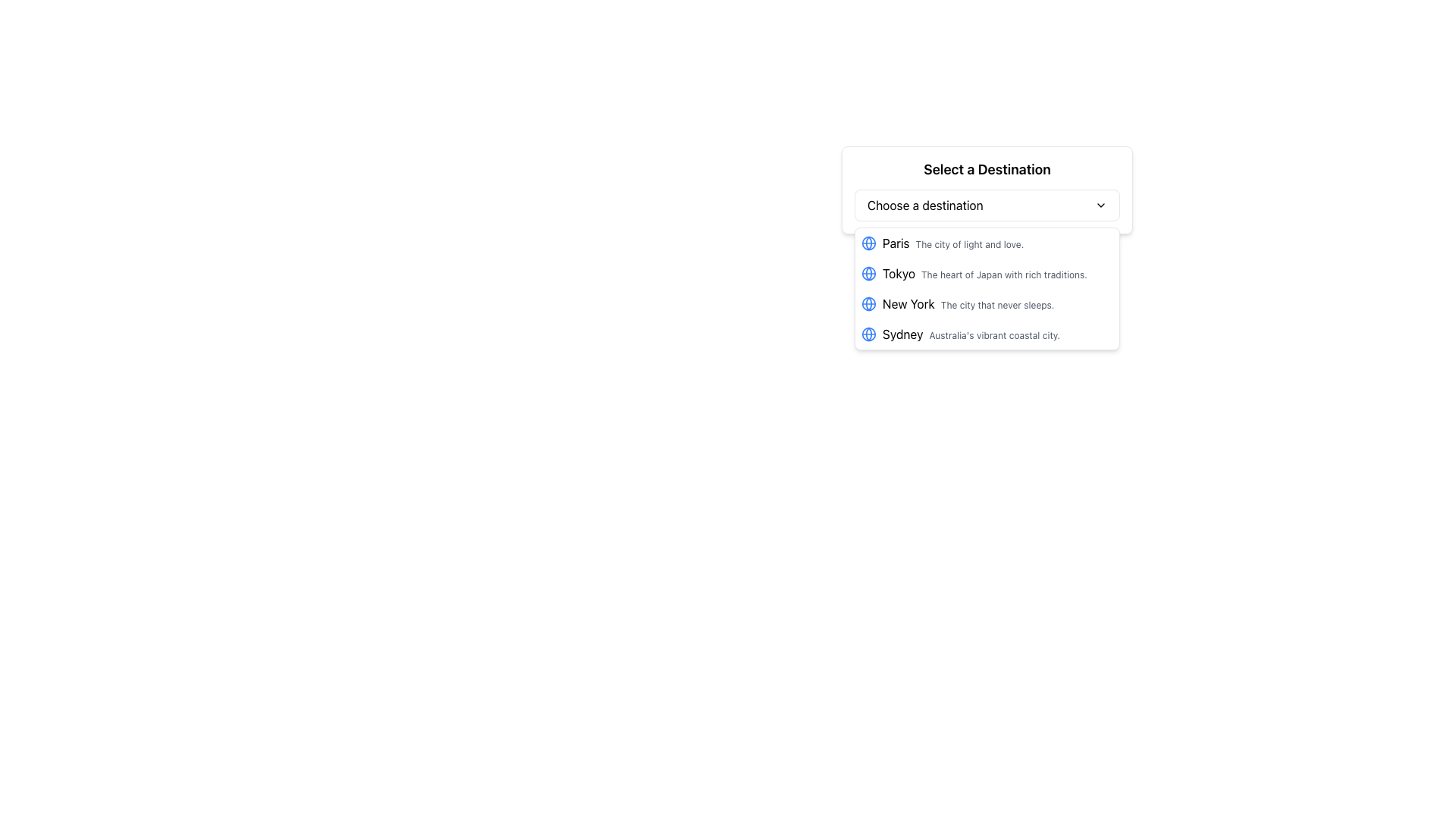 The width and height of the screenshot is (1456, 819). I want to click on blue circular globe icon representing latitude and longitude, located to the left of the text 'Tokyo The heart of Japan with rich traditions.', so click(869, 274).